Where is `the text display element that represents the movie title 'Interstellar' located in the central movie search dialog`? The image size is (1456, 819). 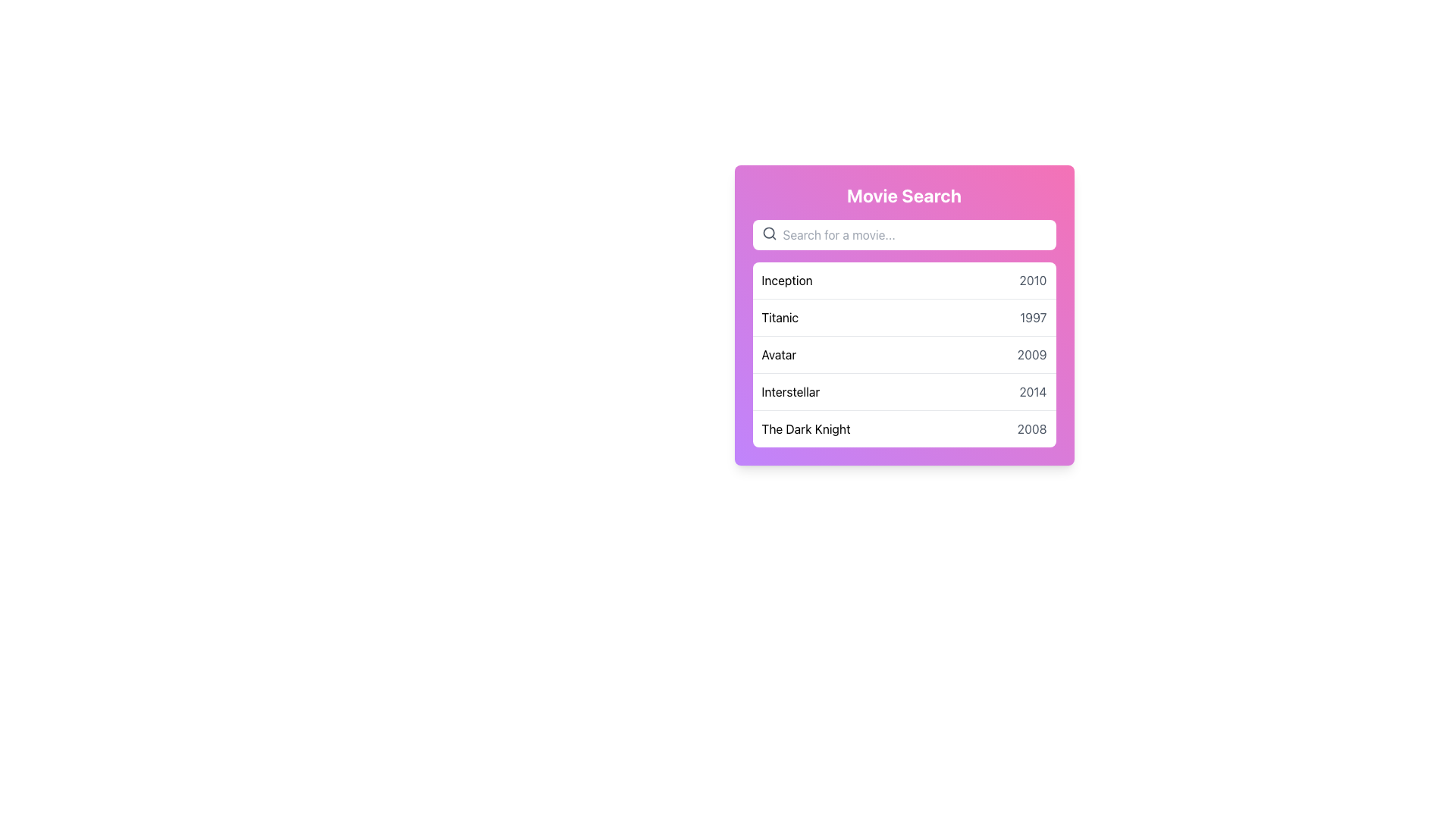 the text display element that represents the movie title 'Interstellar' located in the central movie search dialog is located at coordinates (789, 391).